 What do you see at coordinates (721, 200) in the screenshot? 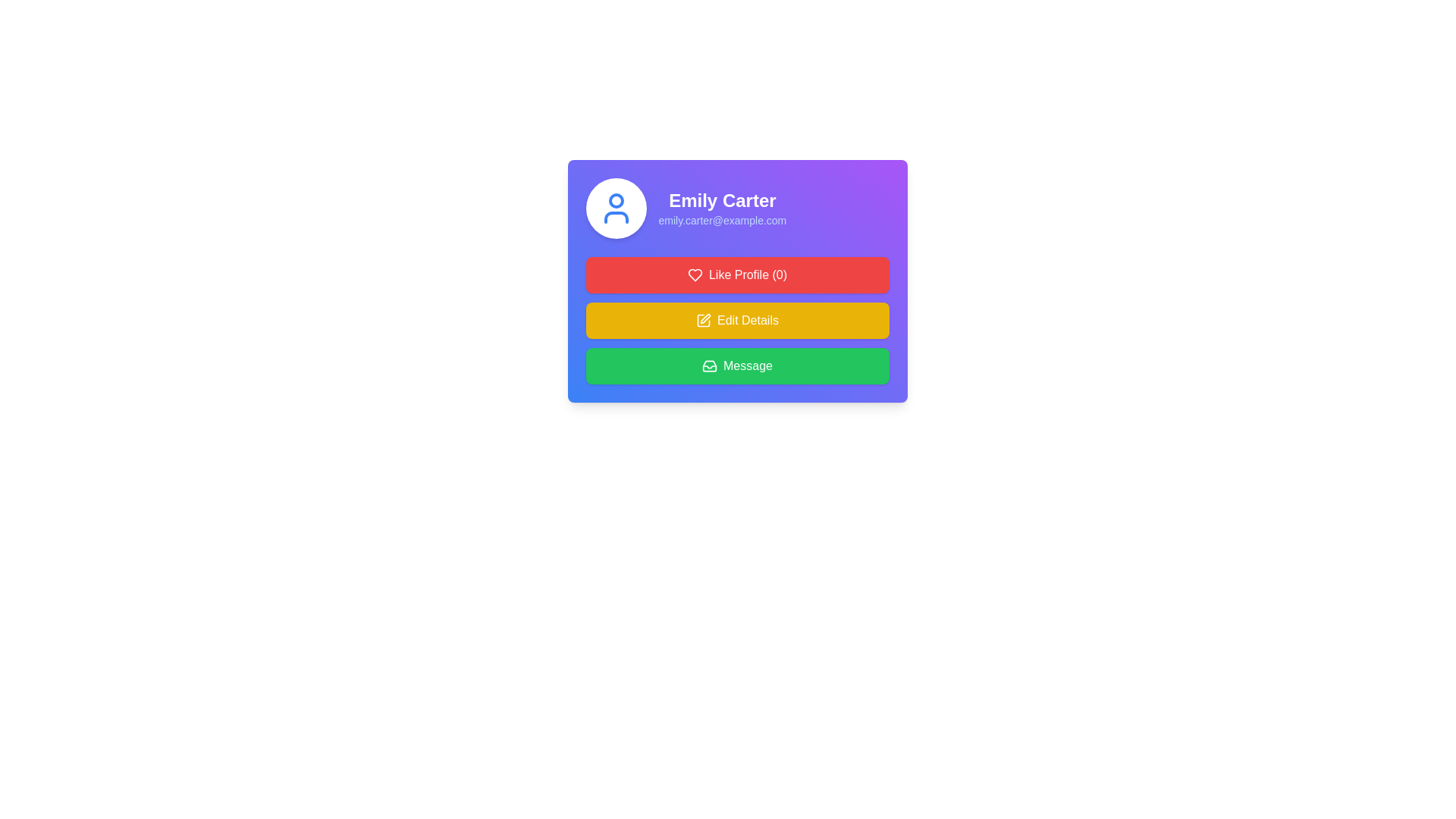
I see `the label displaying the name 'Emily Carter', which is in bold, large font, centered at the top of a card with a gradient purple and blue background` at bounding box center [721, 200].